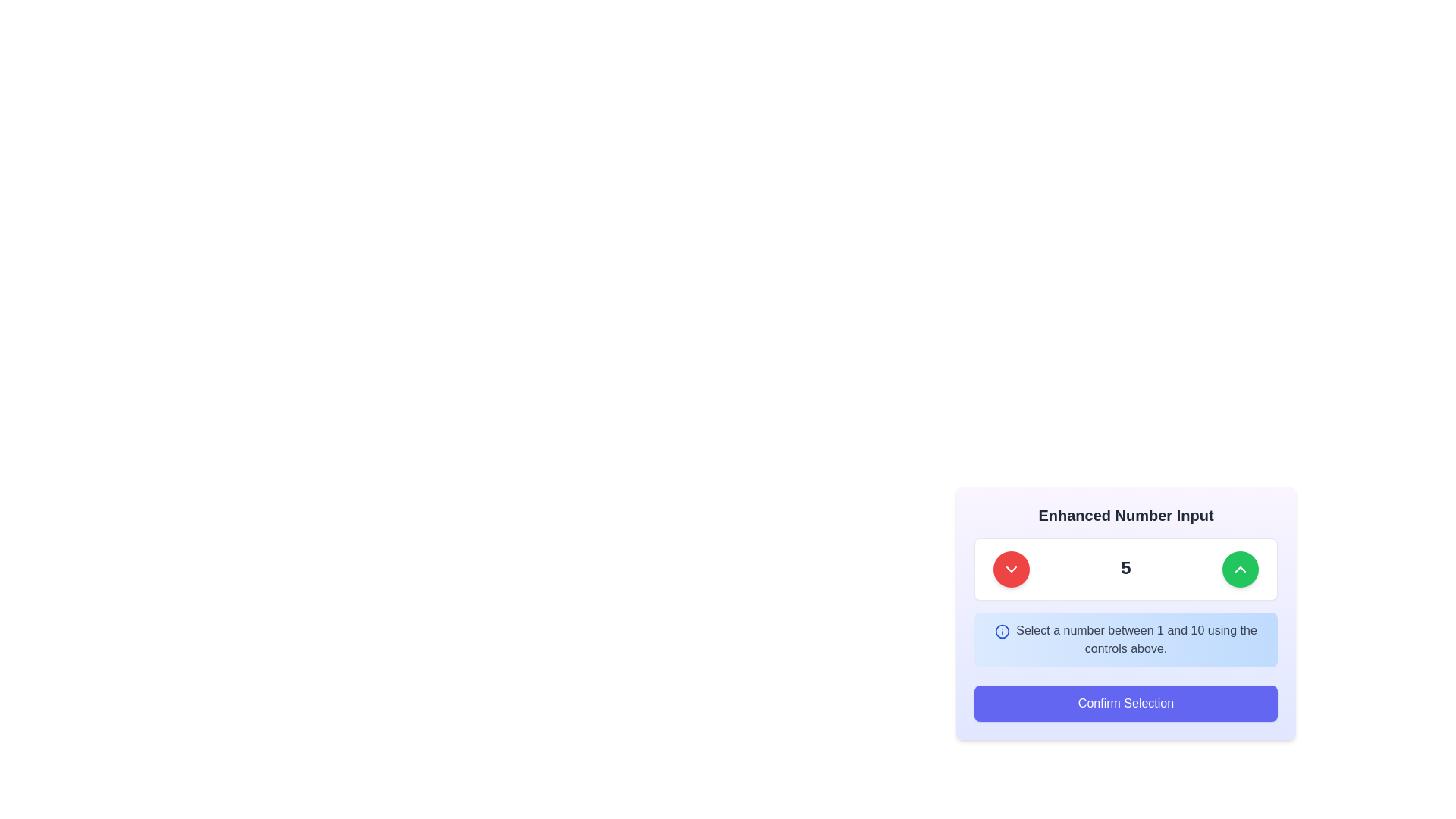 Image resolution: width=1456 pixels, height=819 pixels. What do you see at coordinates (1125, 570) in the screenshot?
I see `the numeral '5' displayed in a large, bold, monospaced font, which is centered within a white box` at bounding box center [1125, 570].